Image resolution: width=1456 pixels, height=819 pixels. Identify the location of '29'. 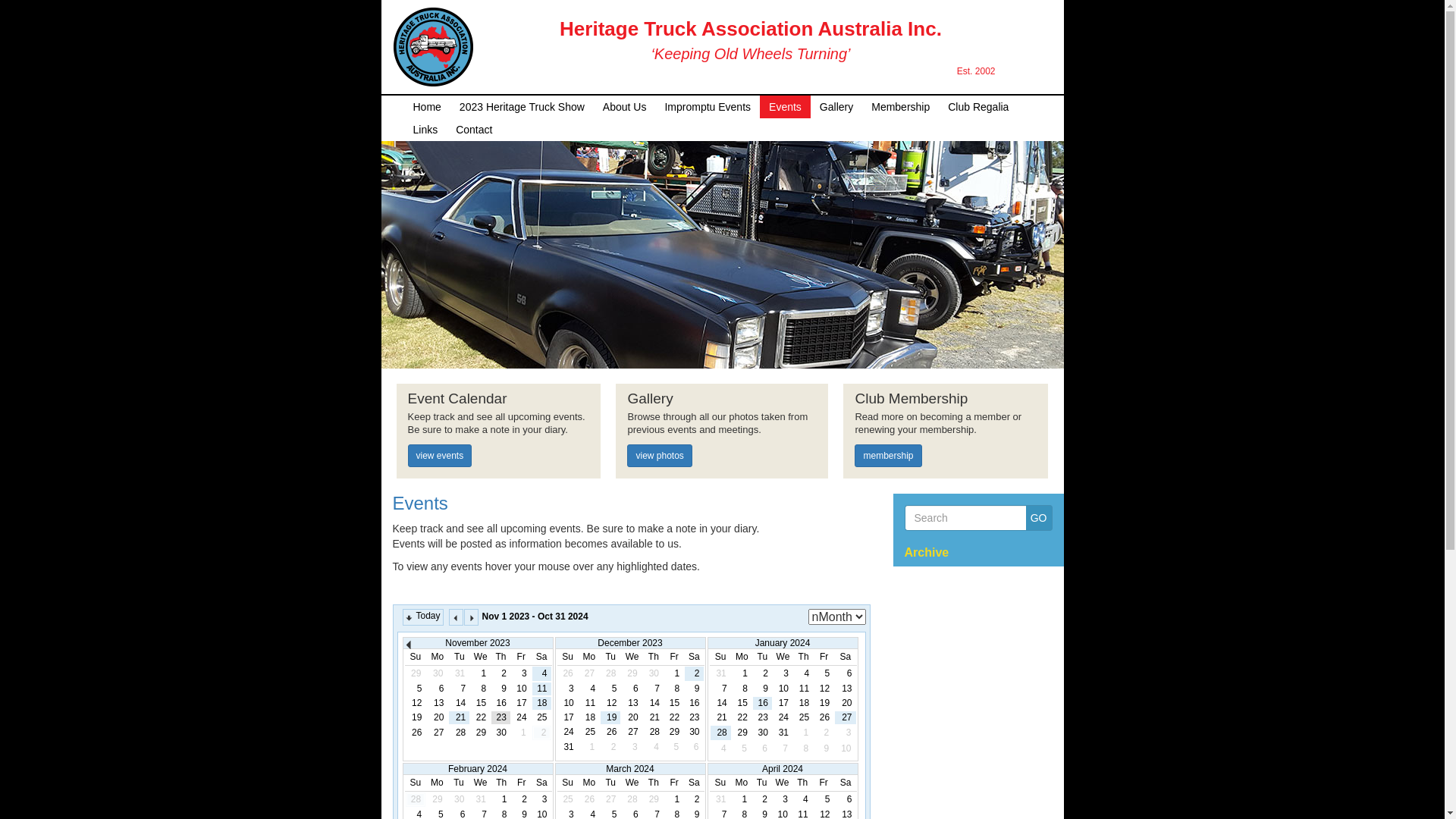
(742, 732).